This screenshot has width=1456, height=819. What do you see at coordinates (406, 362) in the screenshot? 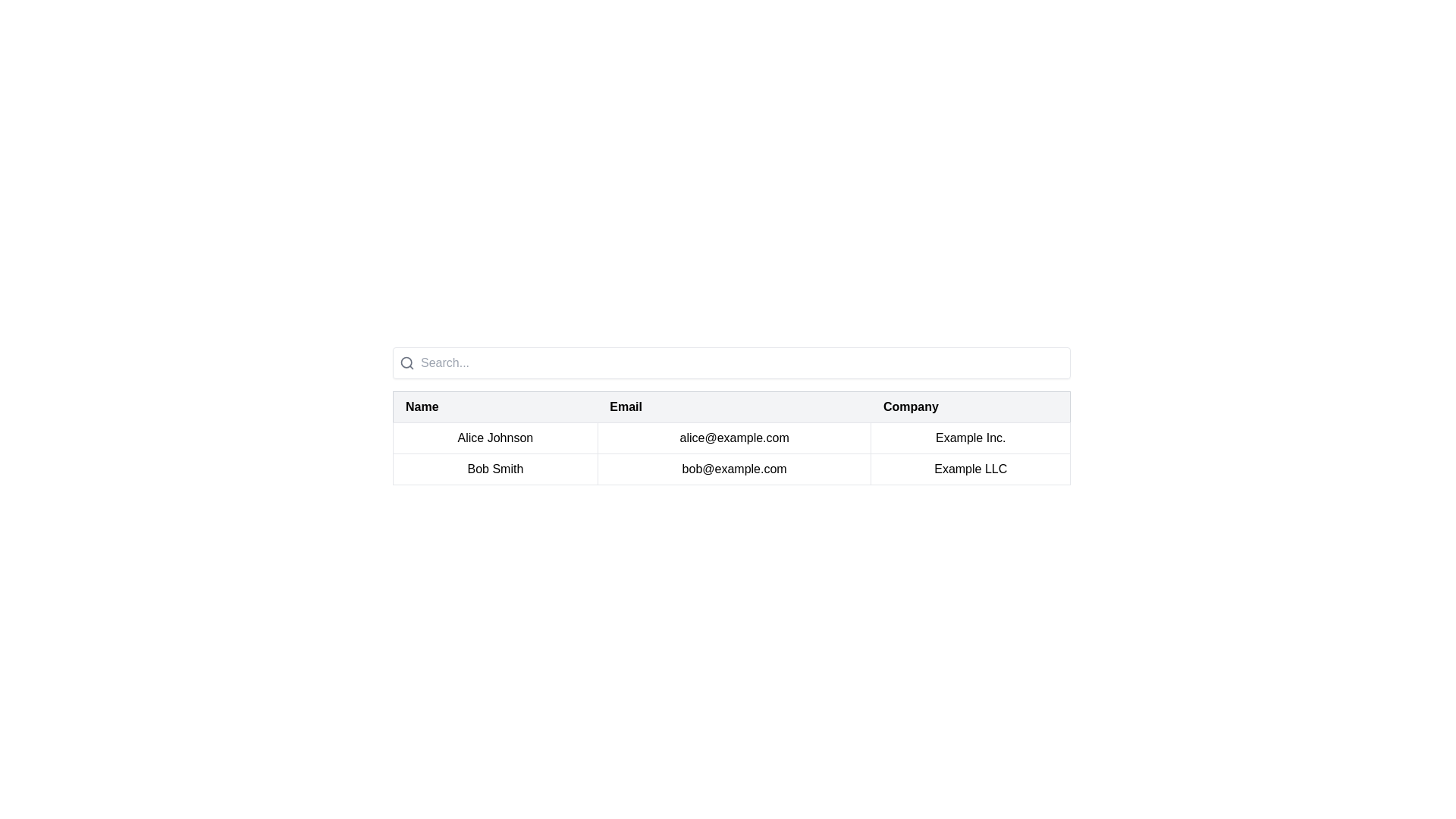
I see `the search icon circle element, which is part of the SVG representing the search functionality, located to the left of the search input field in the header section` at bounding box center [406, 362].